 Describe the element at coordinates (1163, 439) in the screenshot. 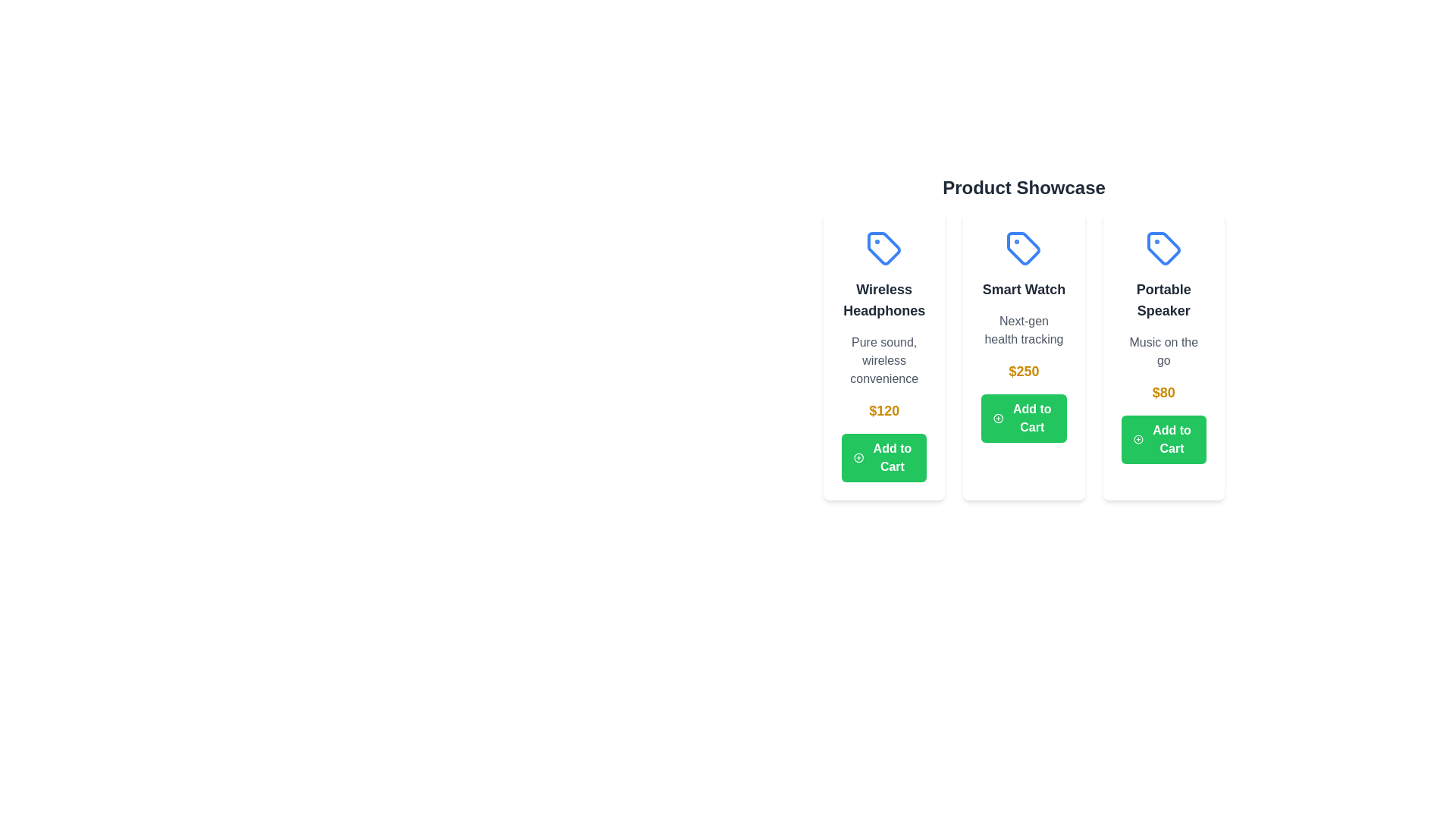

I see `'Add to Cart' button for the product identified by Portable Speaker` at that location.